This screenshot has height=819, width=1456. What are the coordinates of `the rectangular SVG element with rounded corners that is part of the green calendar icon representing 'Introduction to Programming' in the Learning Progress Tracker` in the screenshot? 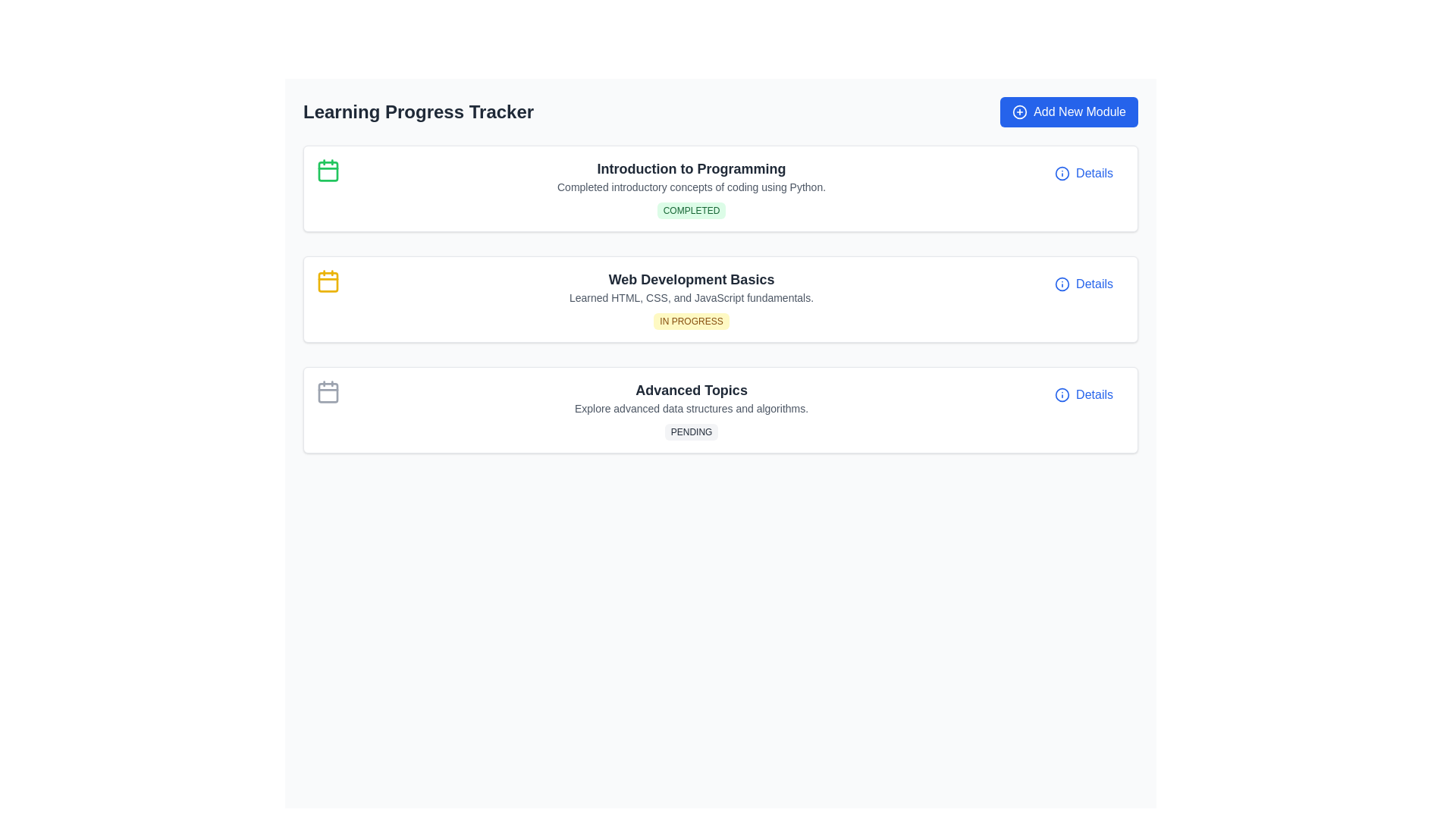 It's located at (327, 171).